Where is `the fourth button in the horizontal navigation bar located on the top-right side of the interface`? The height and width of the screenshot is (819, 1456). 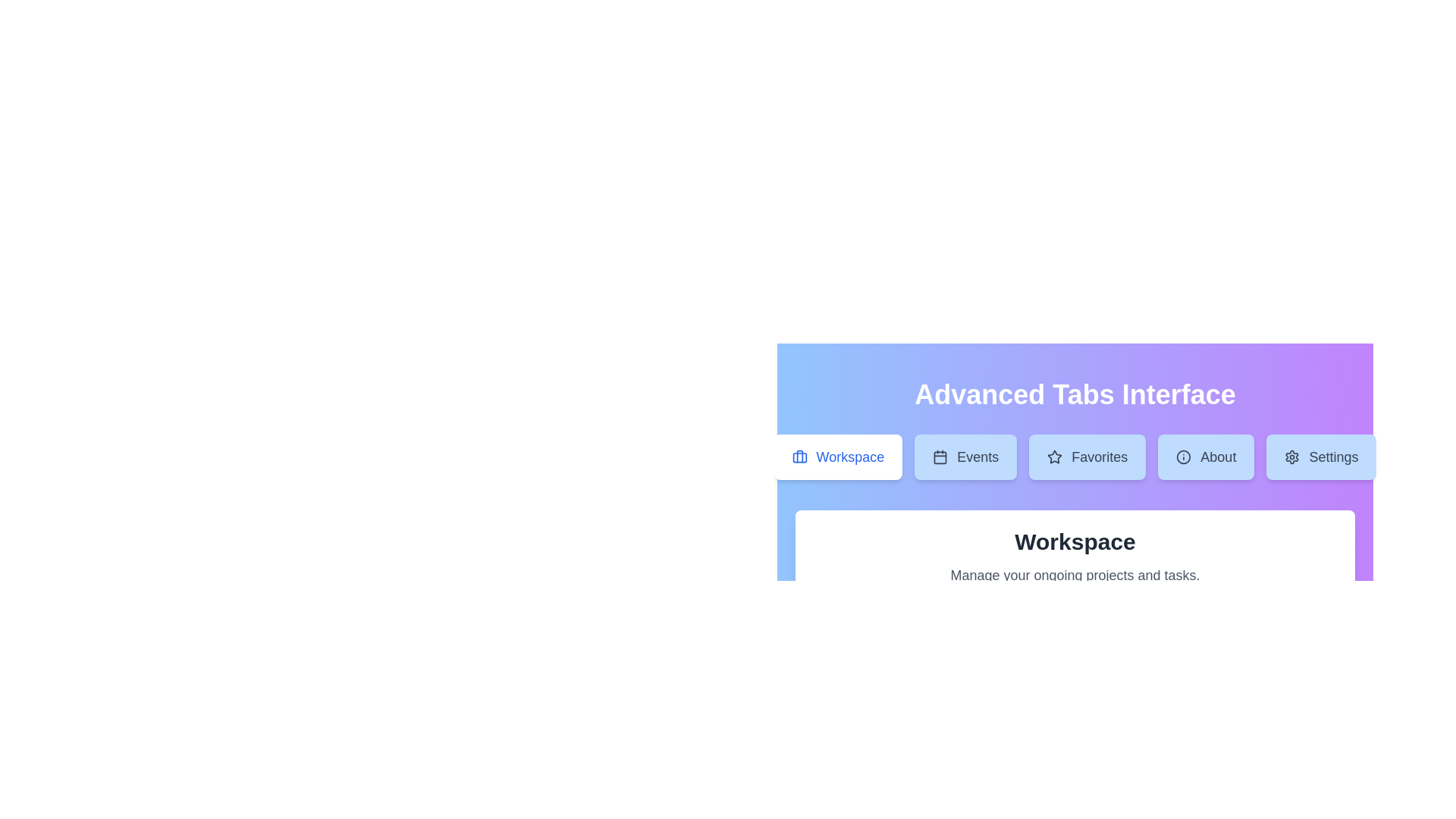 the fourth button in the horizontal navigation bar located on the top-right side of the interface is located at coordinates (1205, 456).